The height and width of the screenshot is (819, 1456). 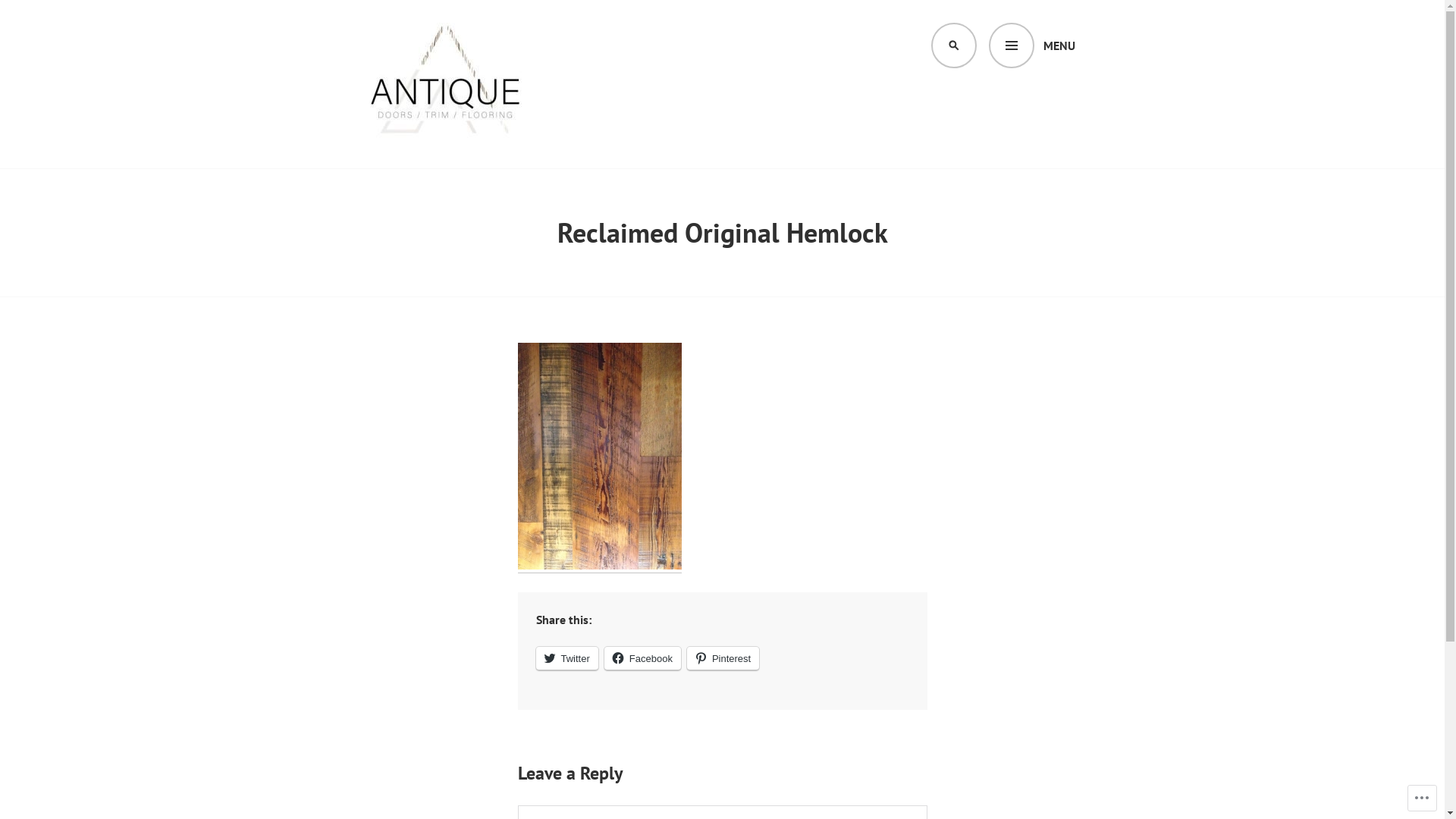 I want to click on 'Twitter', so click(x=566, y=657).